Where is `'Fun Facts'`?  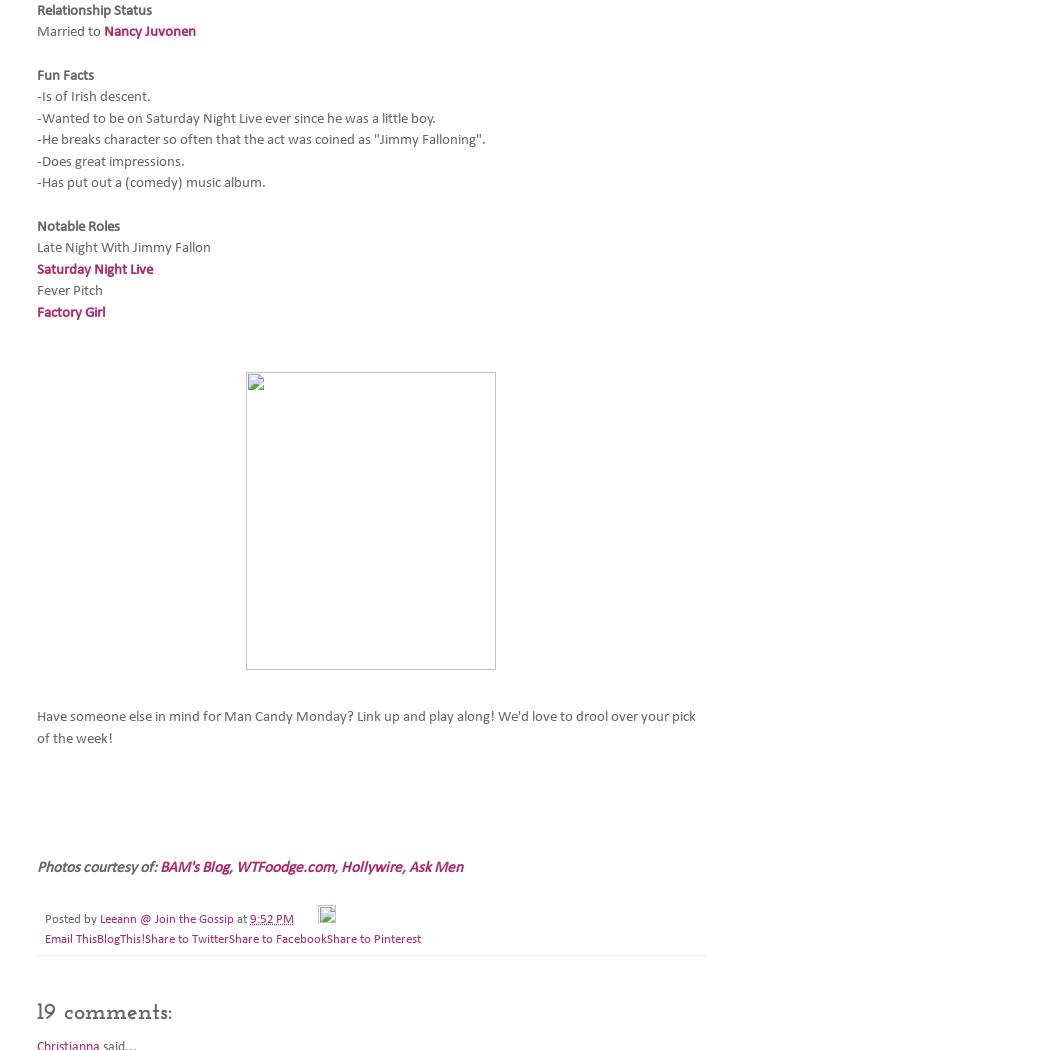 'Fun Facts' is located at coordinates (65, 73).